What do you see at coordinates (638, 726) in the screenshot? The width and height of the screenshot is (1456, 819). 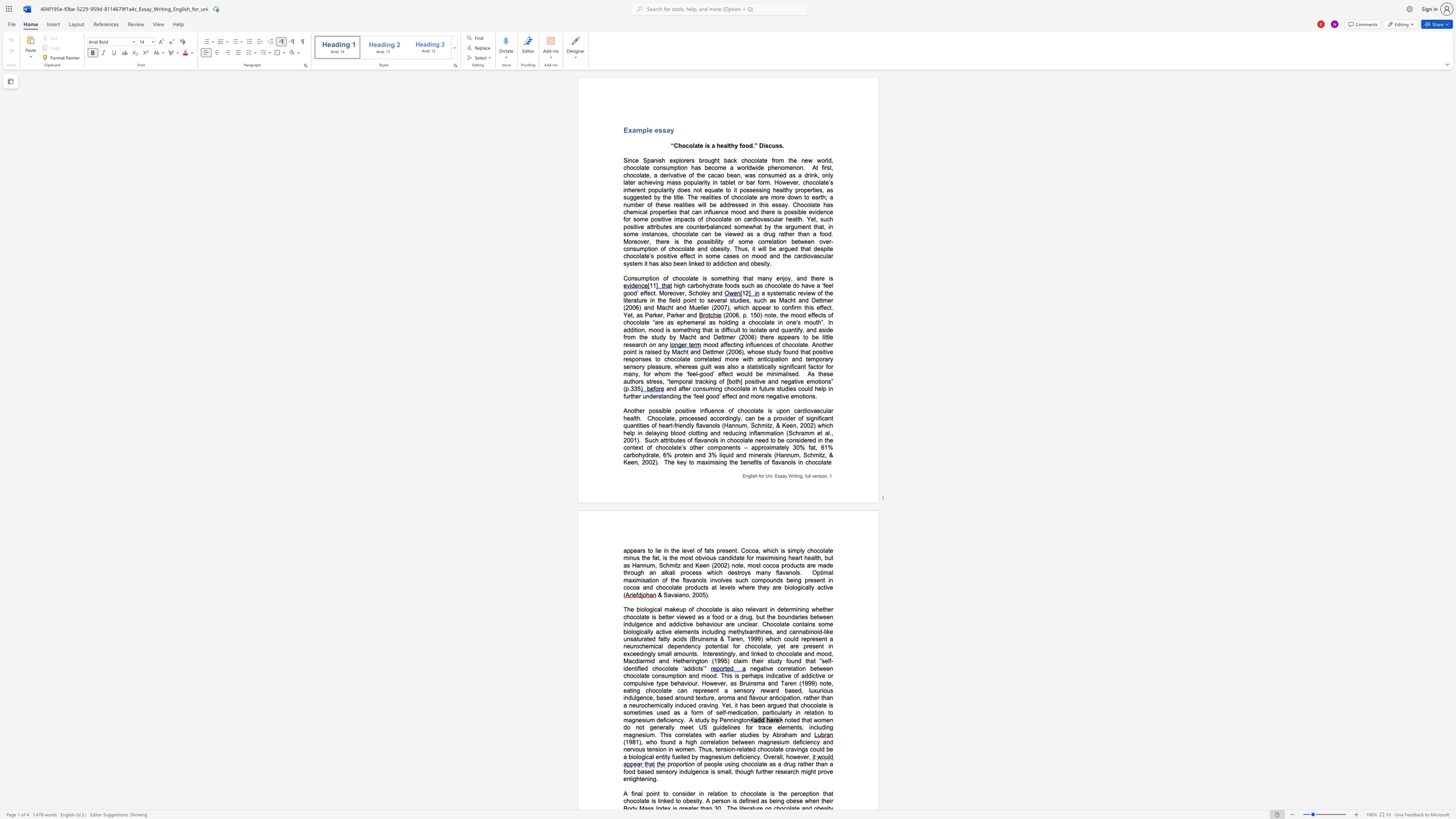 I see `the subset text "ot" within the text "noted that women do not"` at bounding box center [638, 726].